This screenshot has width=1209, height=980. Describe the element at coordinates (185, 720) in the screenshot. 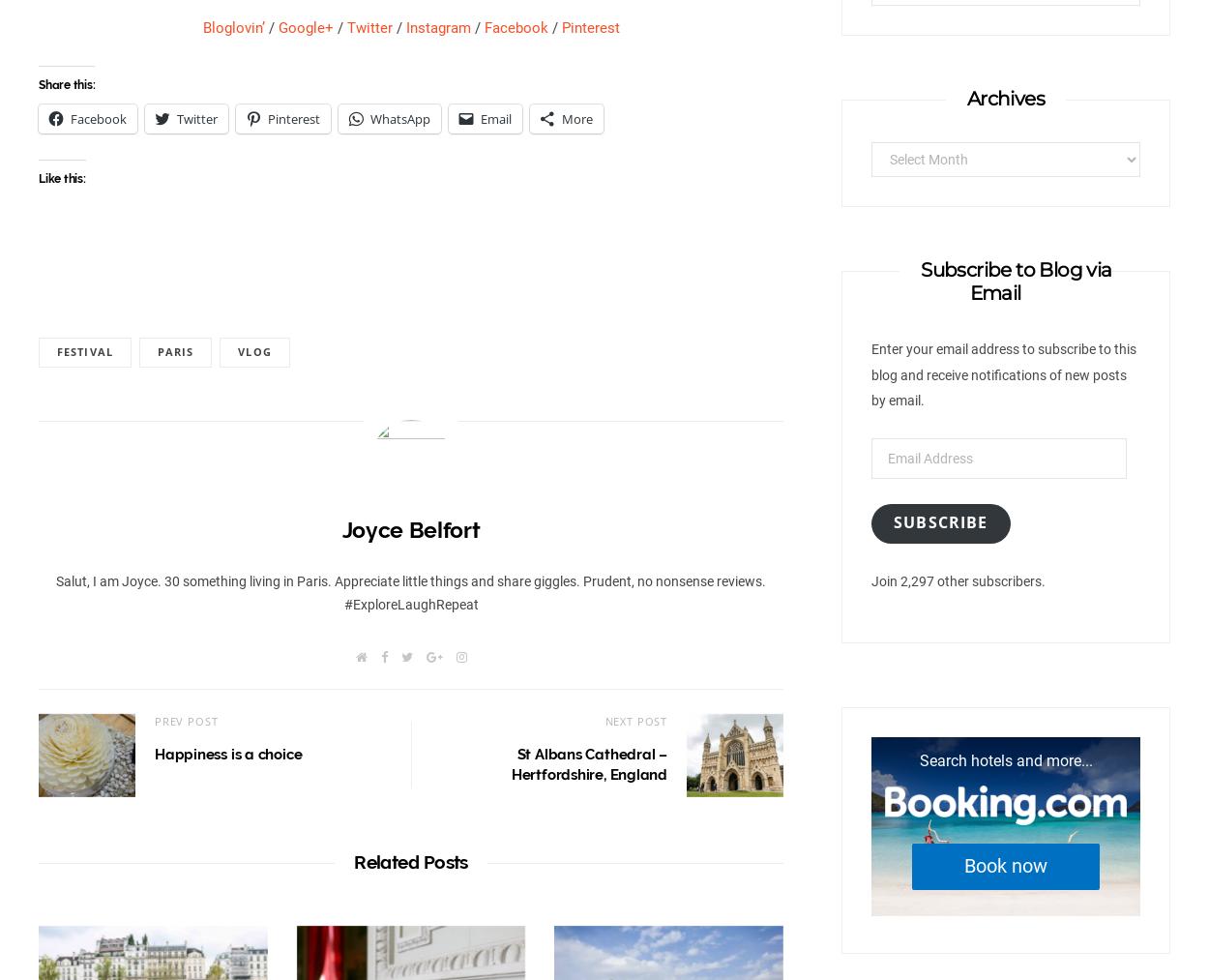

I see `'Prev Post'` at that location.